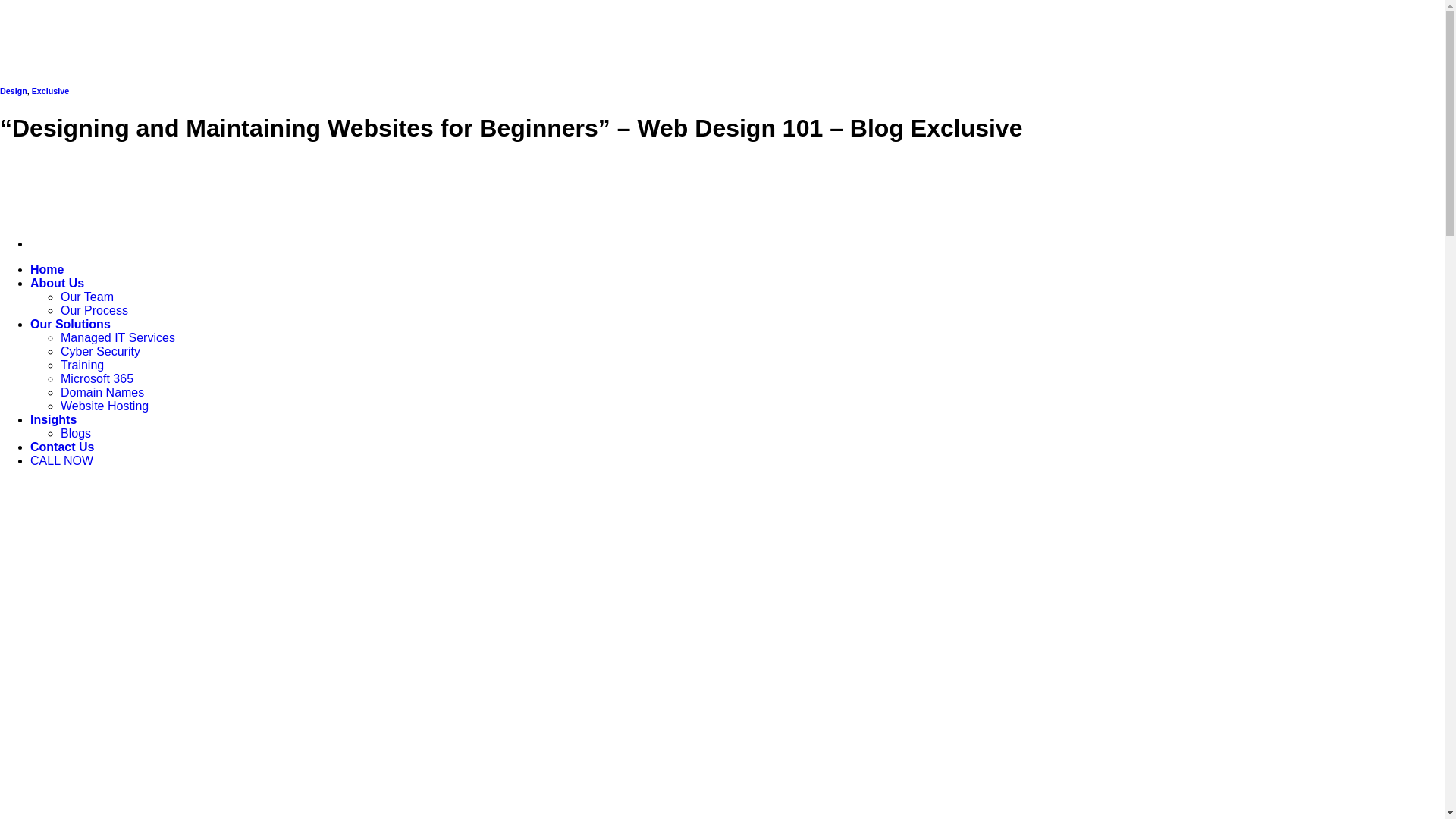 Image resolution: width=1456 pixels, height=819 pixels. What do you see at coordinates (117, 337) in the screenshot?
I see `'Managed IT Services'` at bounding box center [117, 337].